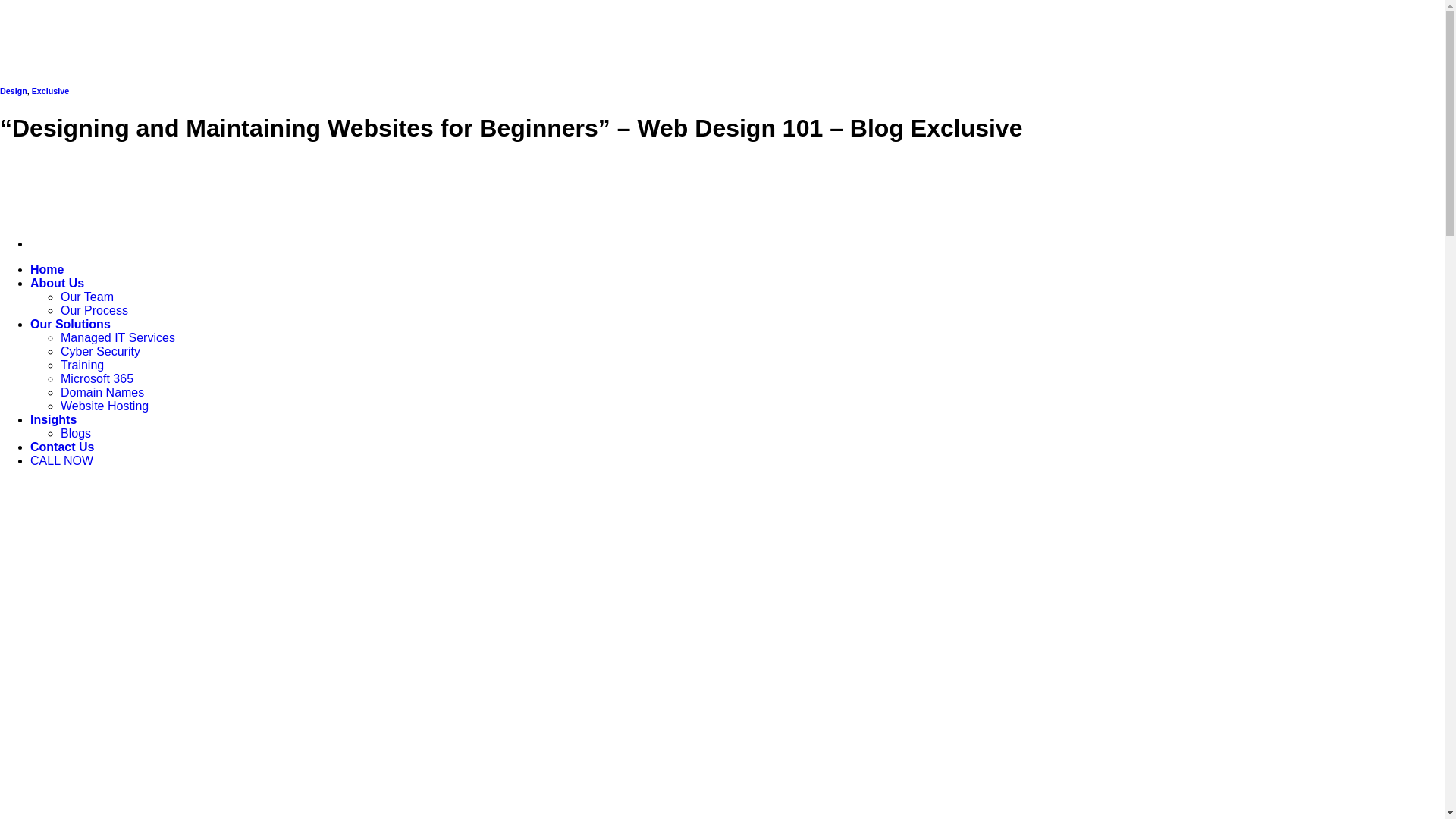 Image resolution: width=1456 pixels, height=819 pixels. What do you see at coordinates (117, 337) in the screenshot?
I see `'Managed IT Services'` at bounding box center [117, 337].